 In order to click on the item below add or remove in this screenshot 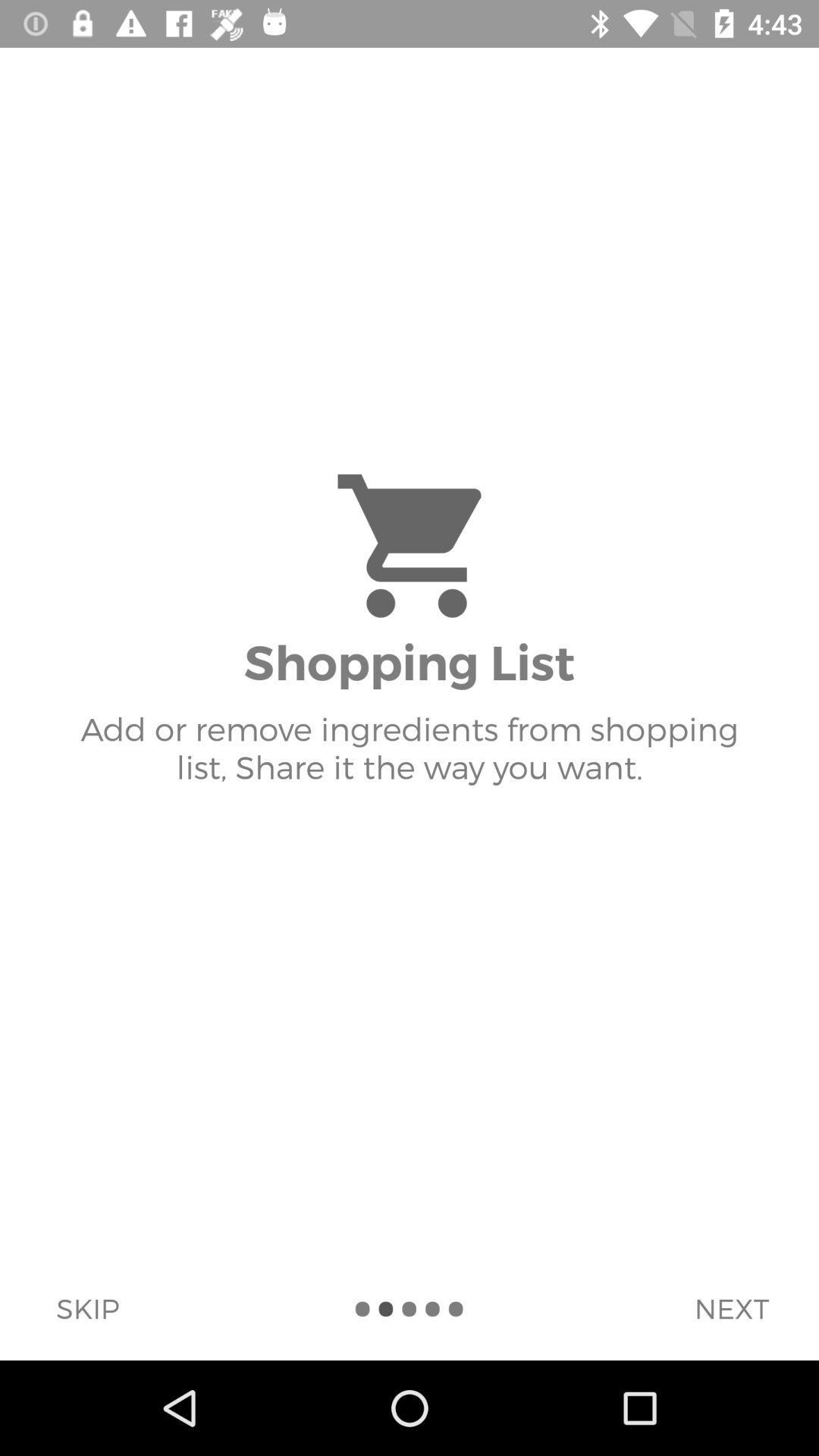, I will do `click(730, 1307)`.